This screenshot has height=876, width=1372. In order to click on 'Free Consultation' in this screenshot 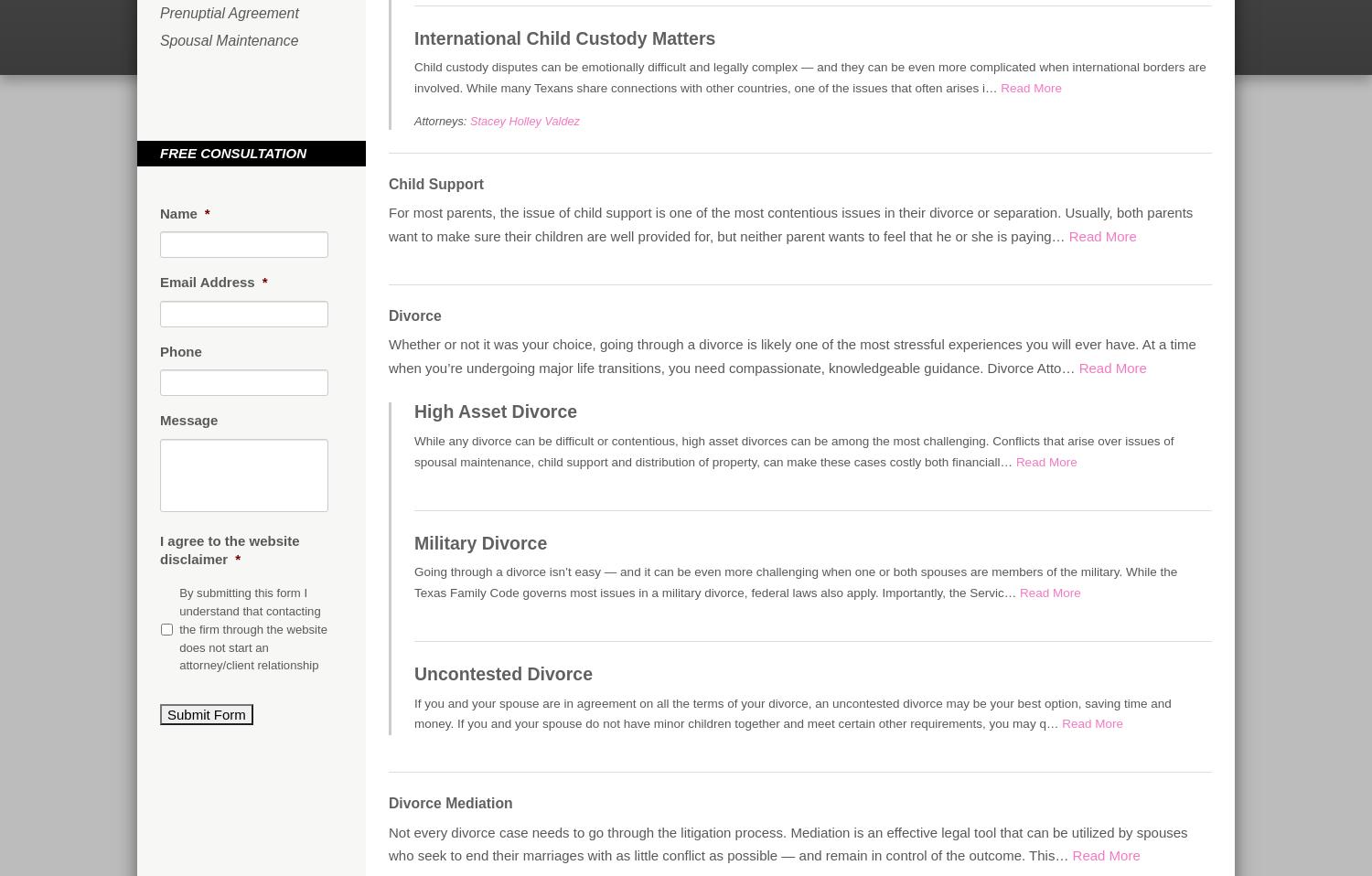, I will do `click(233, 152)`.